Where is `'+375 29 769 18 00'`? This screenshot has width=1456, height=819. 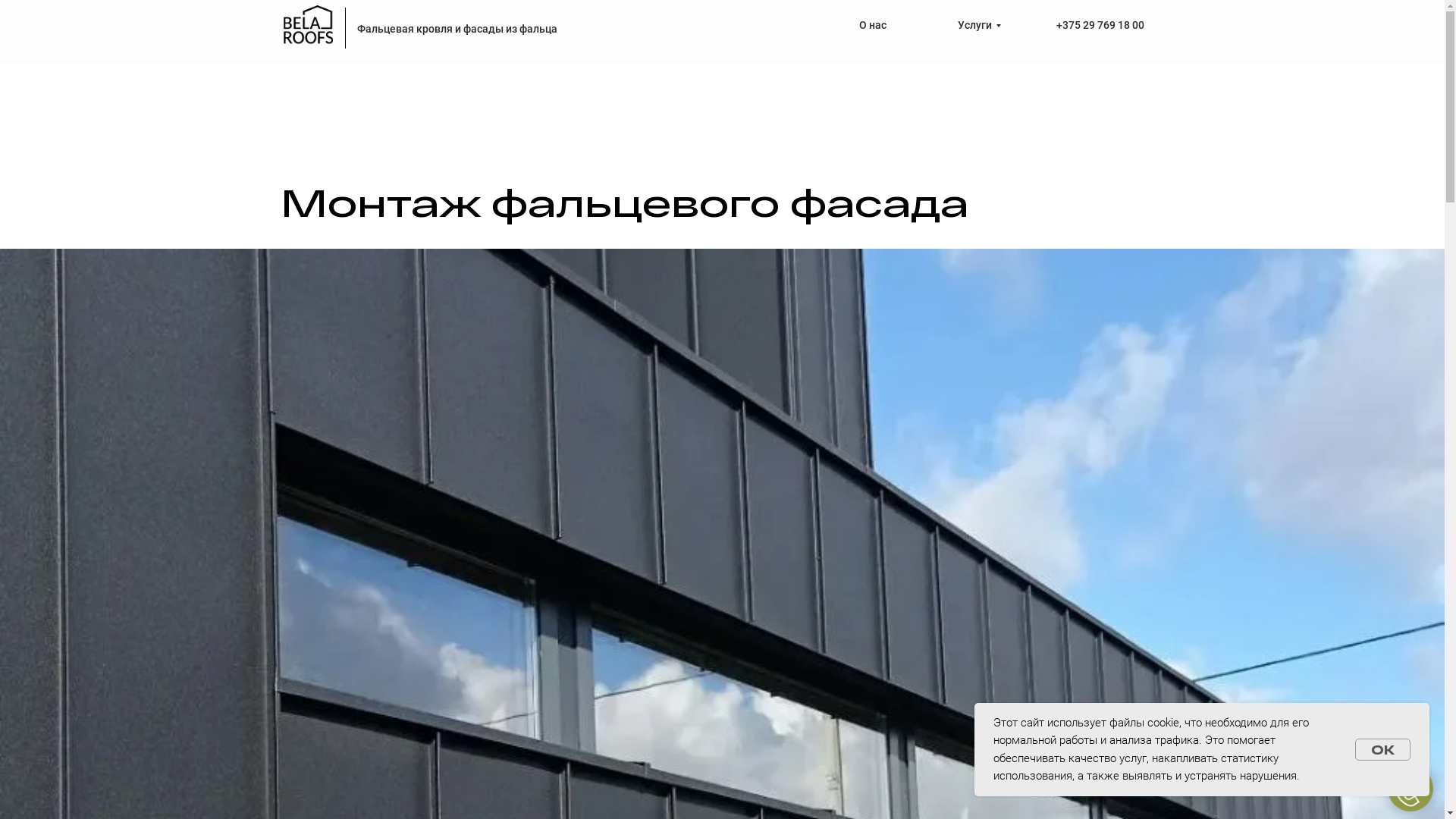 '+375 29 769 18 00' is located at coordinates (1099, 25).